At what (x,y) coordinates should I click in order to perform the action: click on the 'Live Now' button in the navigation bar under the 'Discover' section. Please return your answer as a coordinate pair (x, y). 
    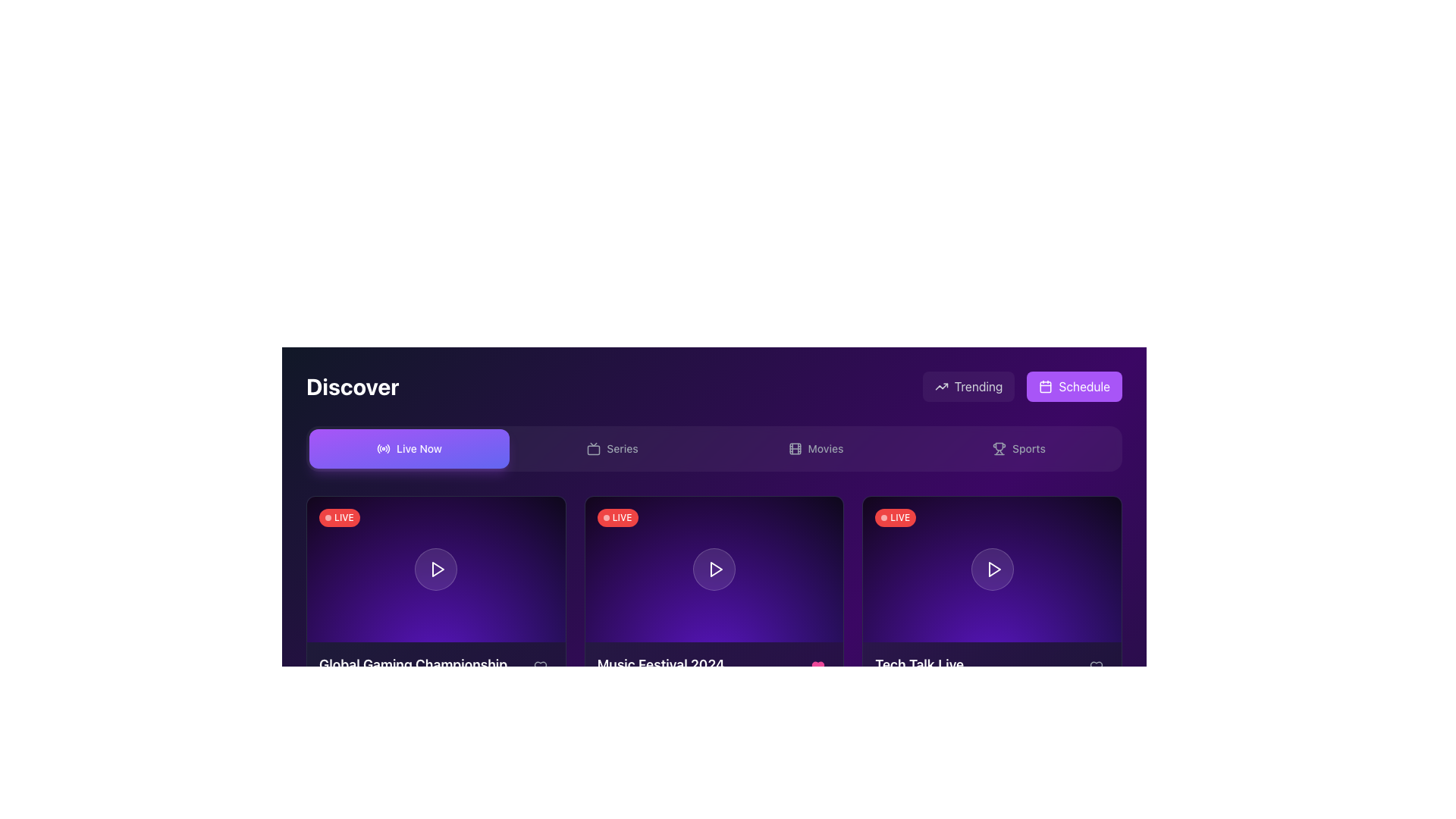
    Looking at the image, I should click on (409, 447).